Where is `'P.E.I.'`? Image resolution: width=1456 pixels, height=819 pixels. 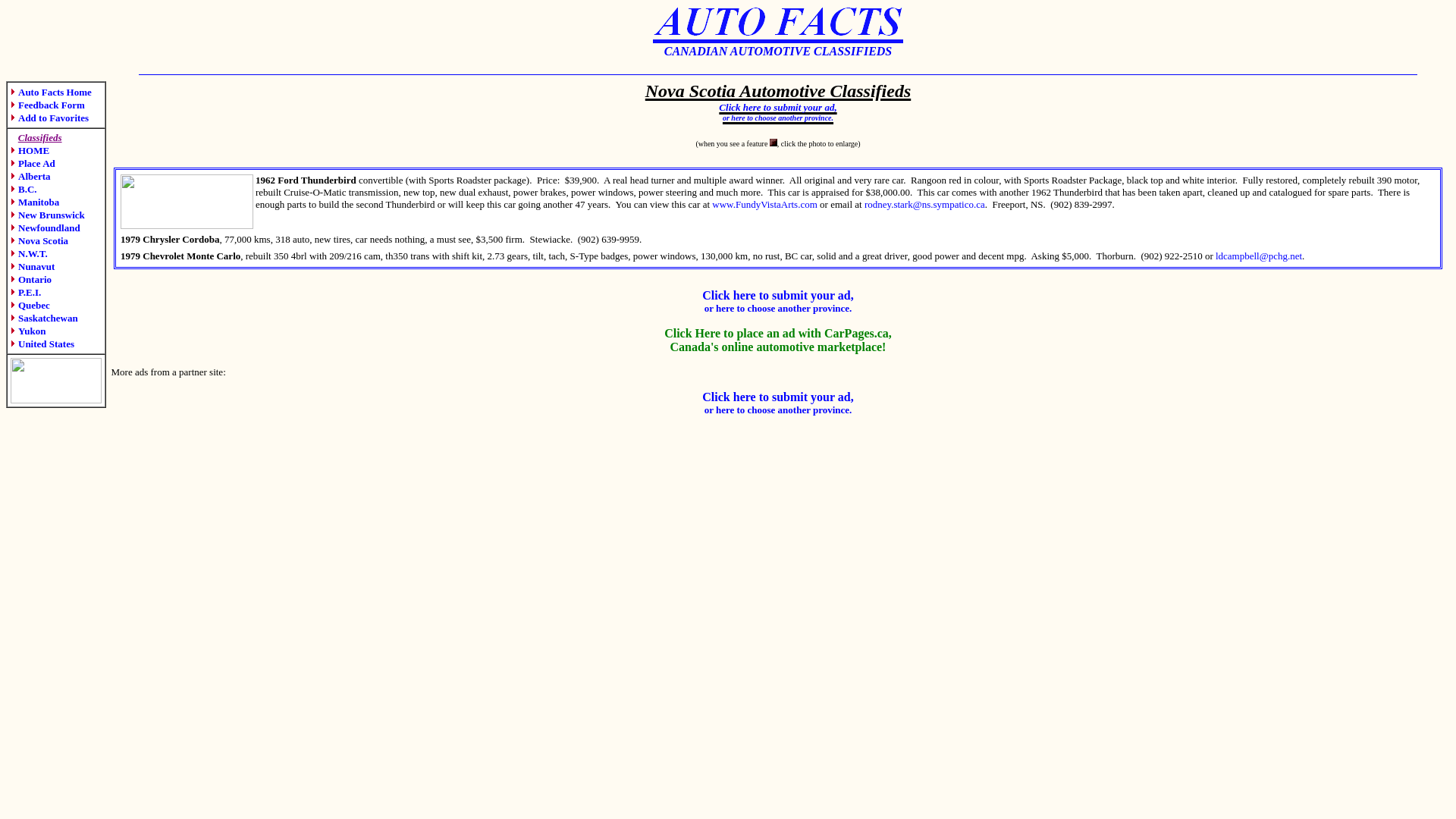
'P.E.I.' is located at coordinates (25, 292).